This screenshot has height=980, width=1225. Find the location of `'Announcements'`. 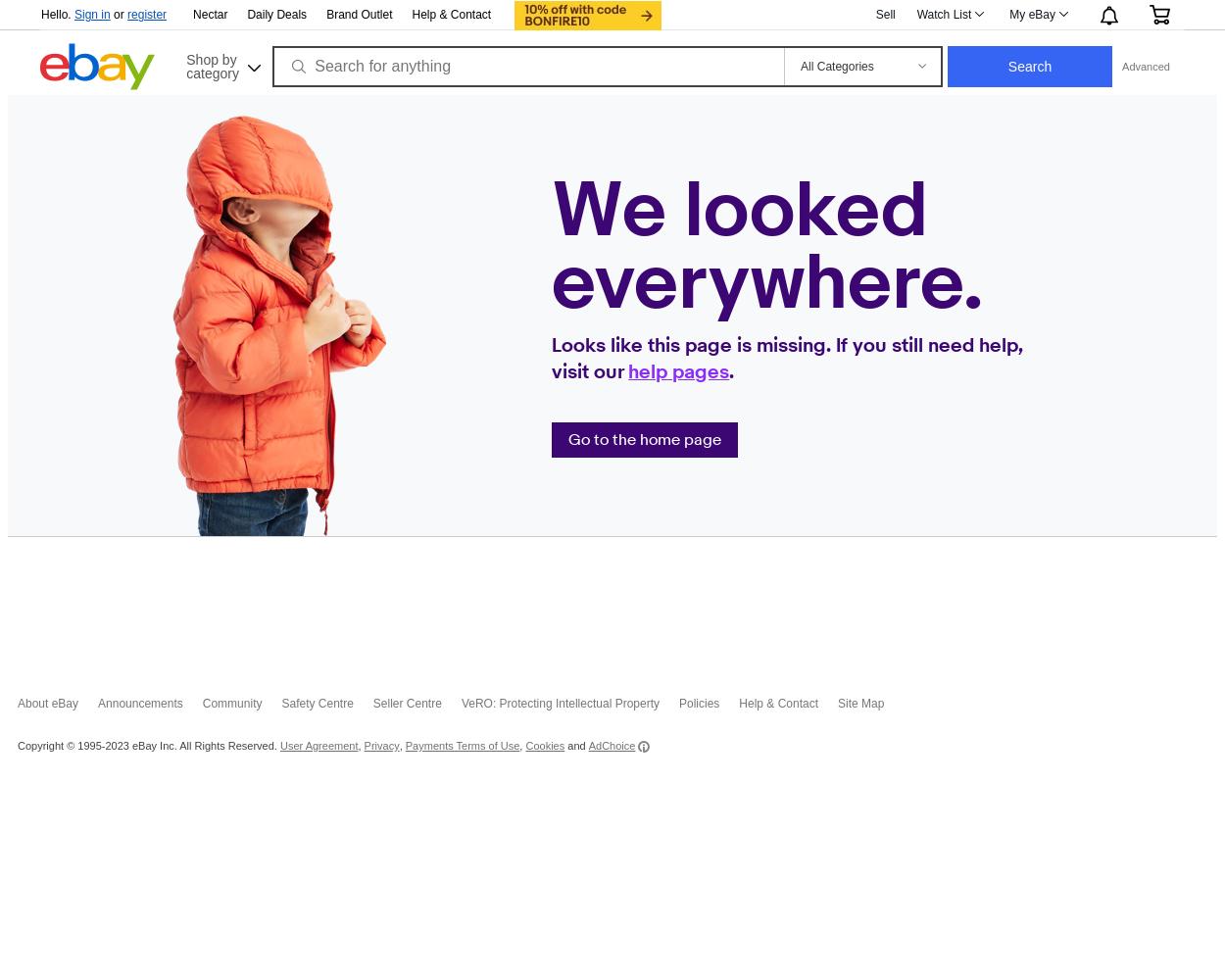

'Announcements' is located at coordinates (140, 703).